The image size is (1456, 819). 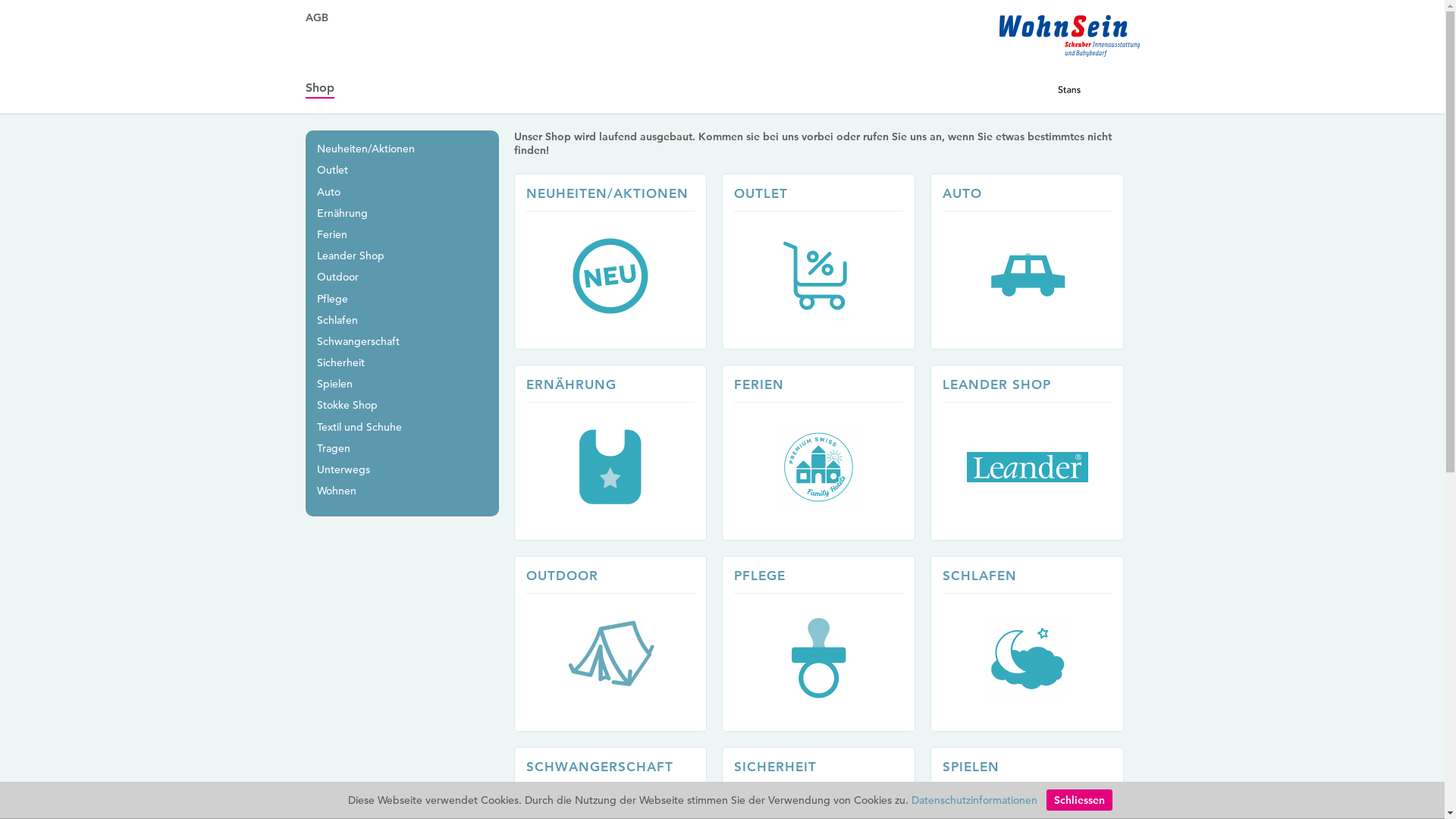 What do you see at coordinates (318, 88) in the screenshot?
I see `'Shop'` at bounding box center [318, 88].